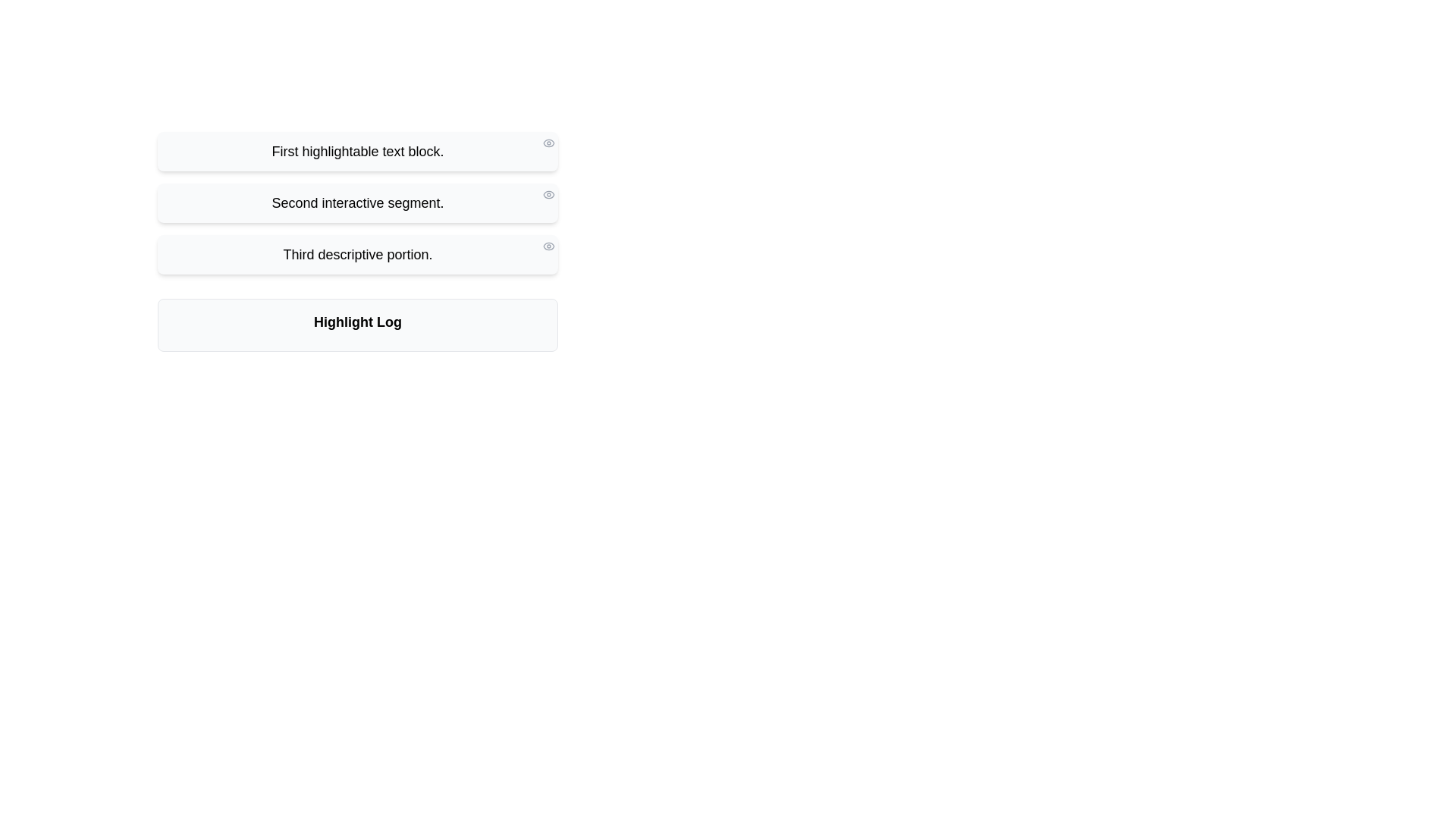 The image size is (1456, 819). Describe the element at coordinates (548, 143) in the screenshot. I see `the visibility toggle icon located at the upper-right corner of the first highlightable text block containing 'First highlightable text block'` at that location.